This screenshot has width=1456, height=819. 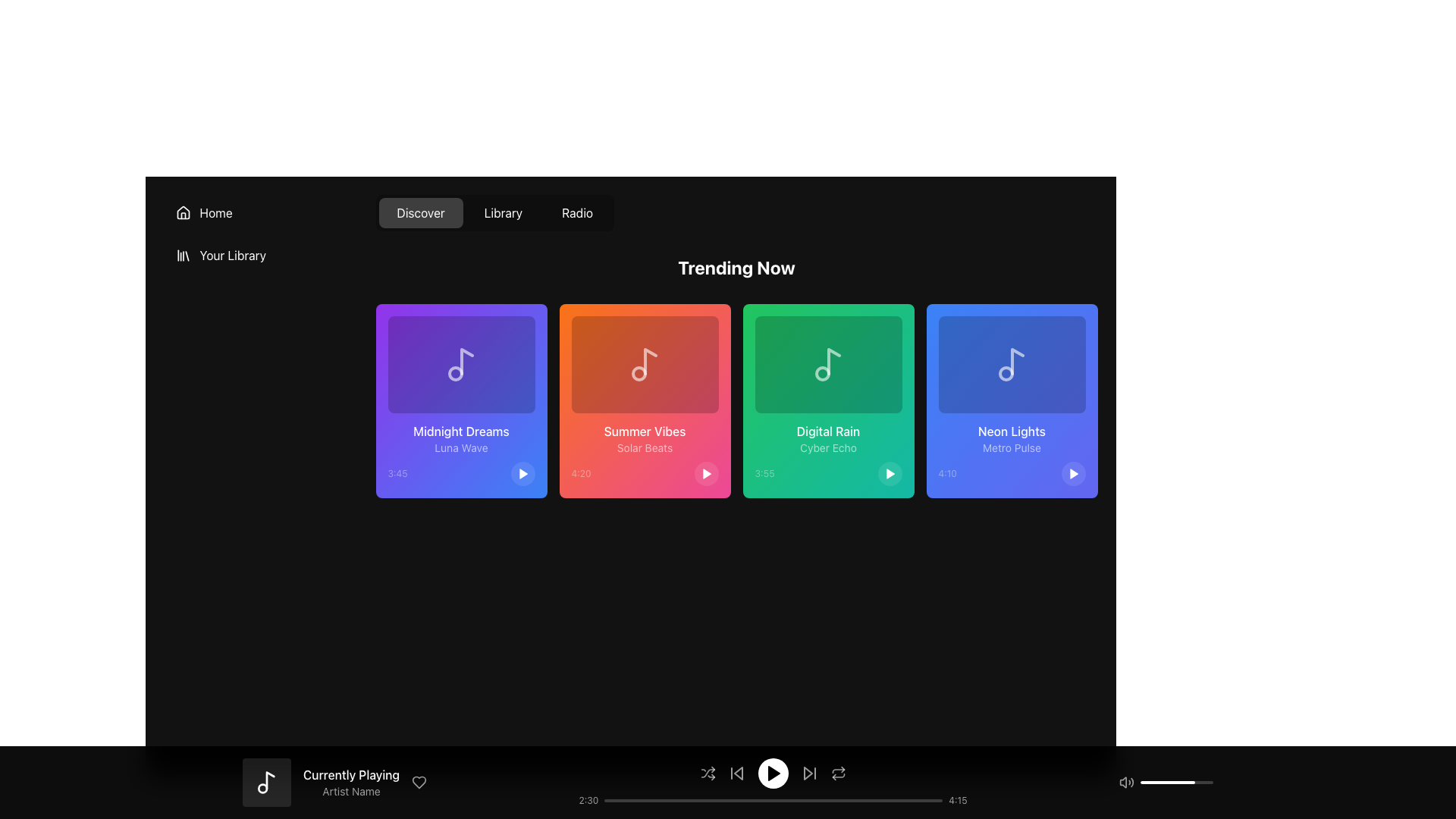 I want to click on the slider value, so click(x=1159, y=783).